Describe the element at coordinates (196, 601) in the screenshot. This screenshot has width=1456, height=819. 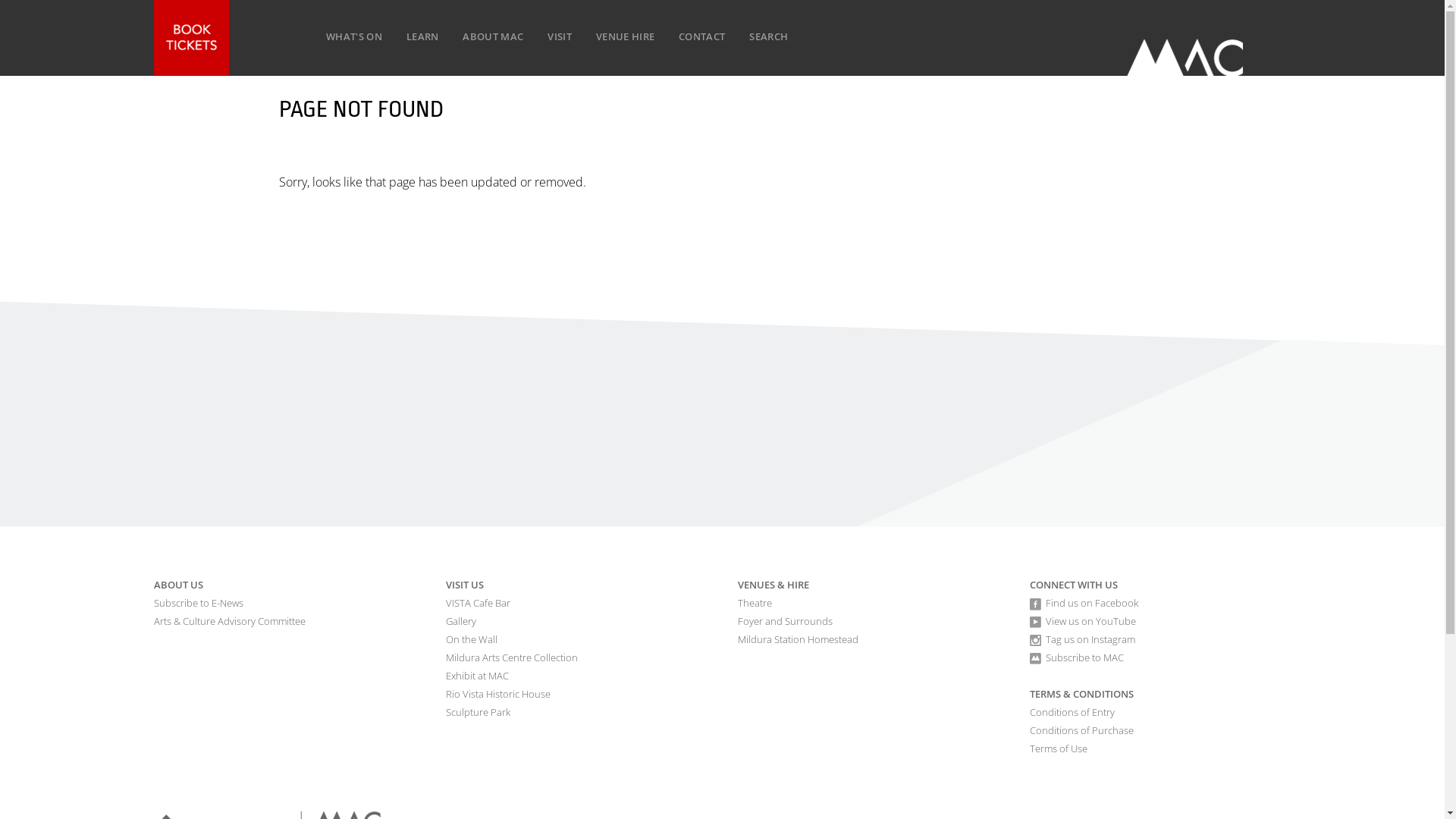
I see `'Subscribe to E-News'` at that location.